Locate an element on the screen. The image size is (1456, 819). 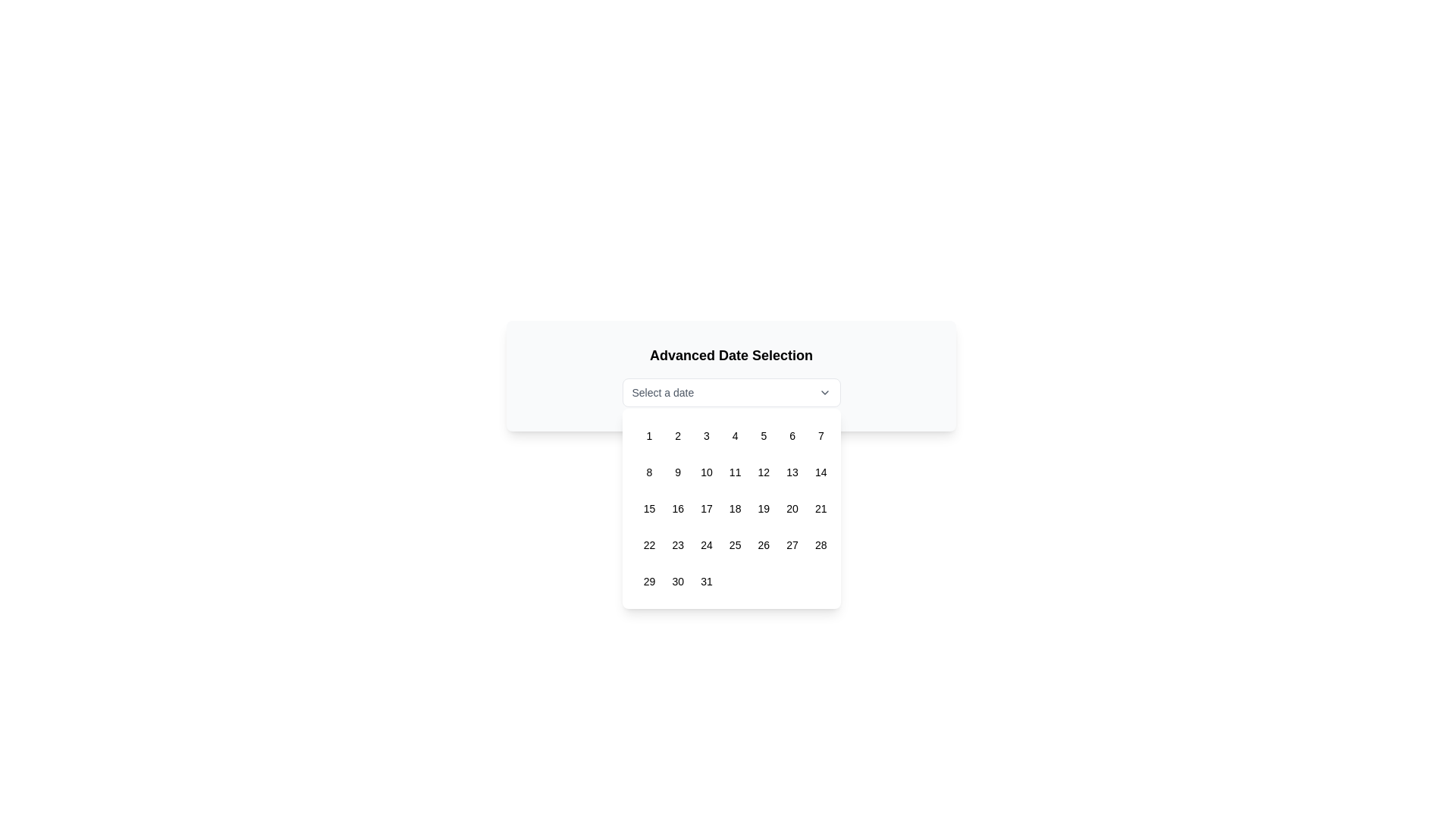
the button representing 'day 28' in the calendar date selector is located at coordinates (820, 544).